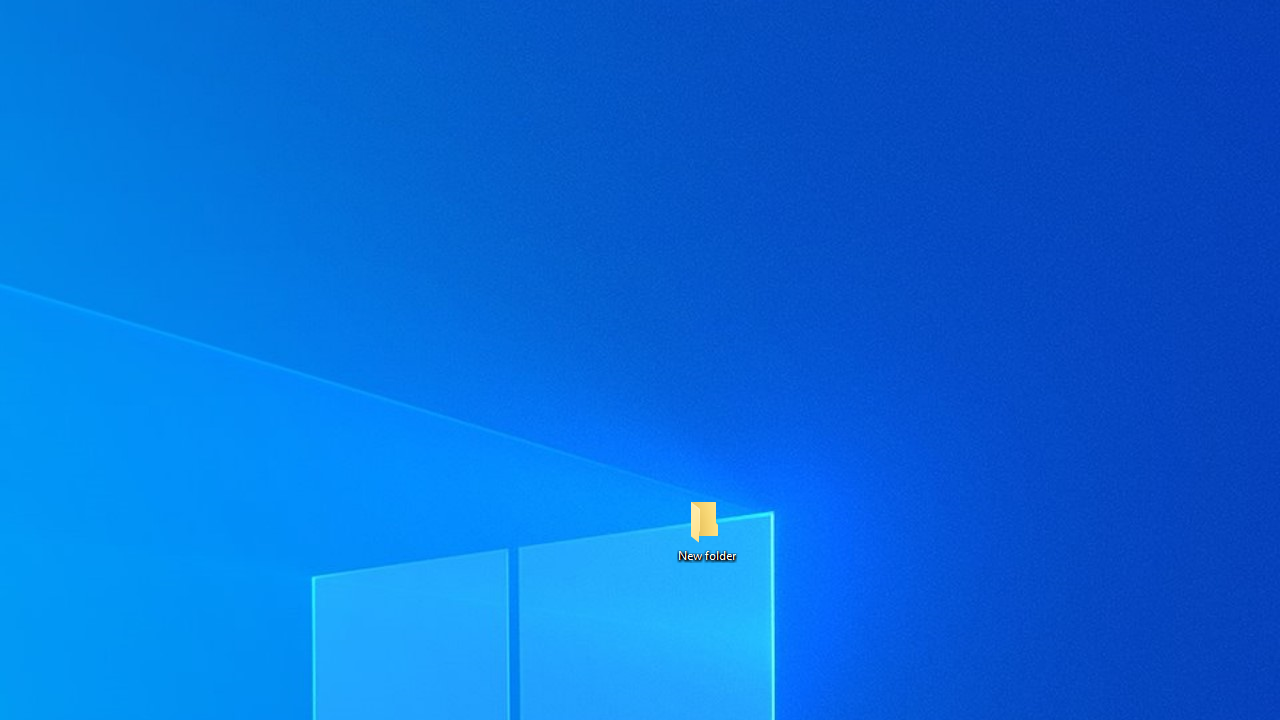  What do you see at coordinates (706, 529) in the screenshot?
I see `'New folder'` at bounding box center [706, 529].